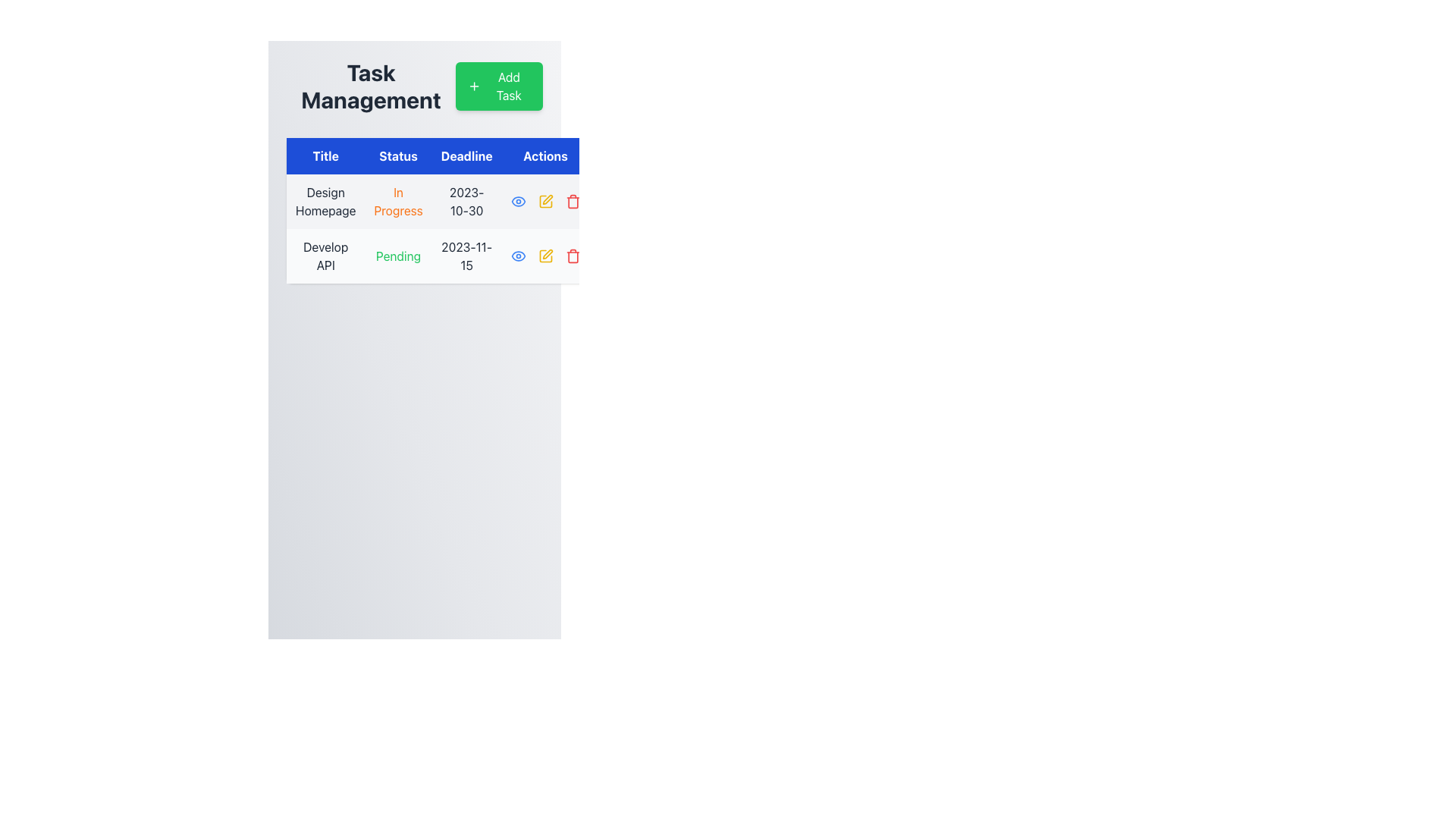 This screenshot has width=1456, height=819. Describe the element at coordinates (398, 201) in the screenshot. I see `the static text label indicating the current status of the task titled 'Design Homepage', which shows 'In Progress'` at that location.